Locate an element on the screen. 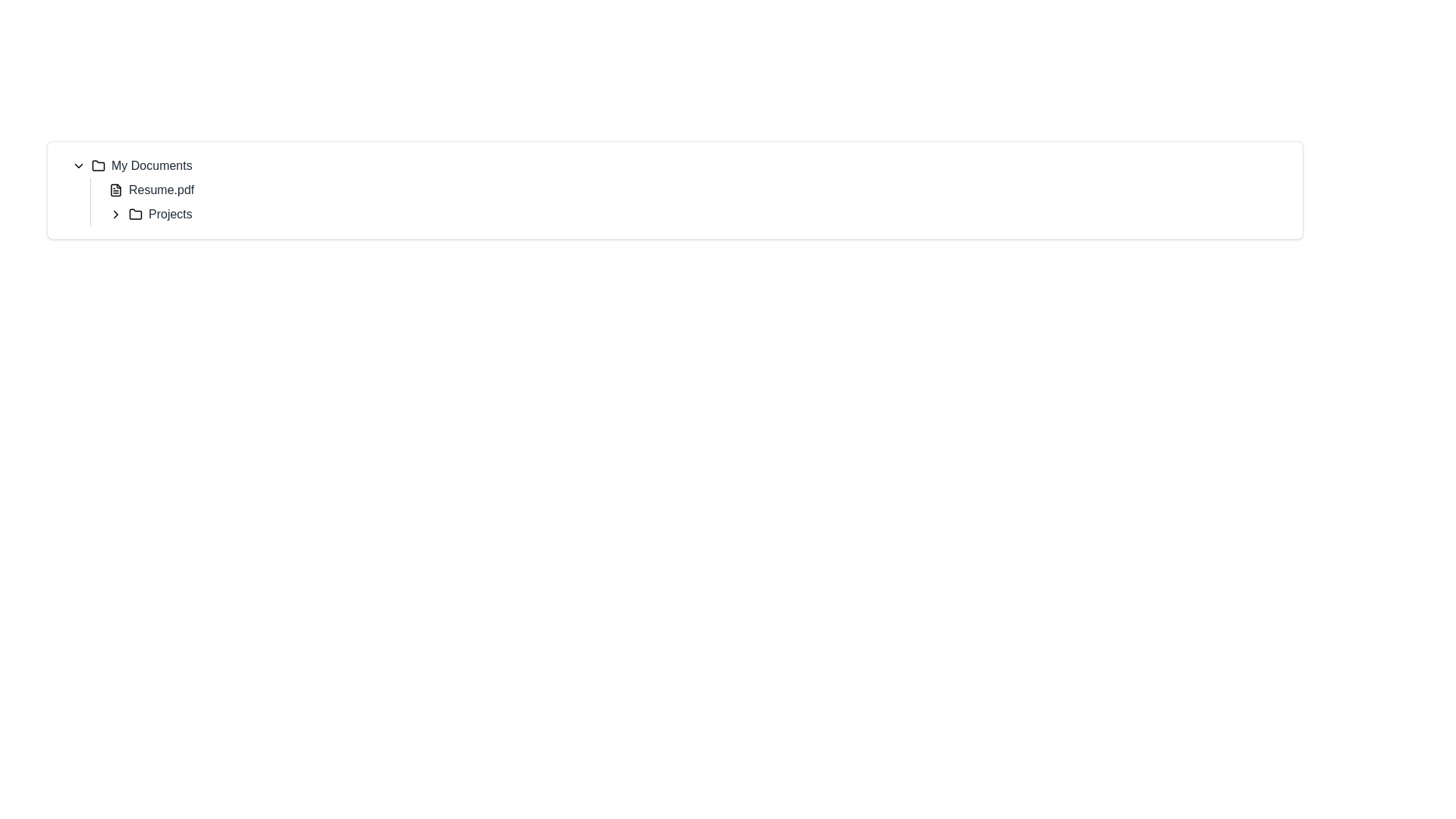  the text label displaying the name of the file in the 'My Documents' tree structure is located at coordinates (162, 189).